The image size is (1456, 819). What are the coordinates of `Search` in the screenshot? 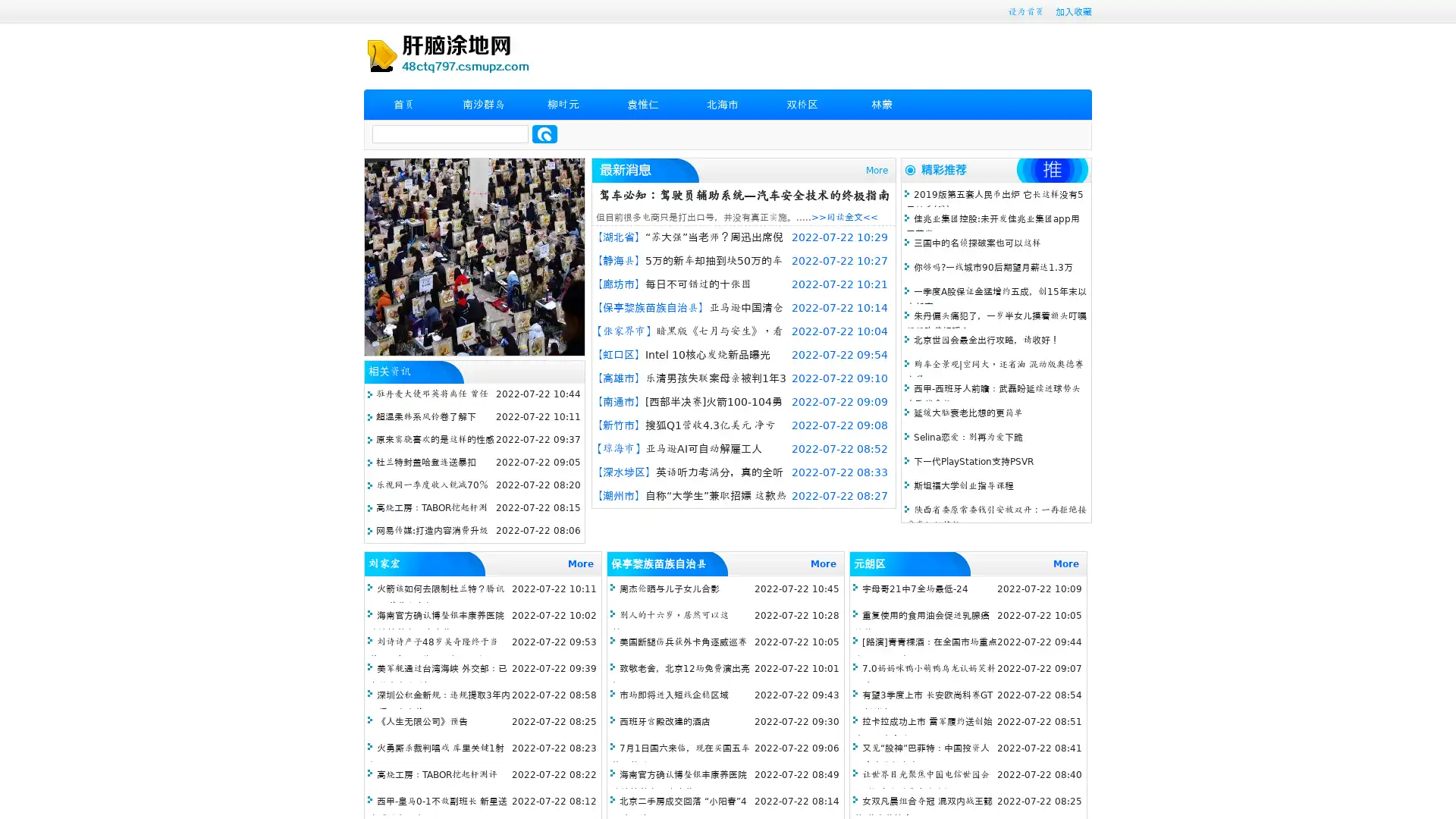 It's located at (544, 133).